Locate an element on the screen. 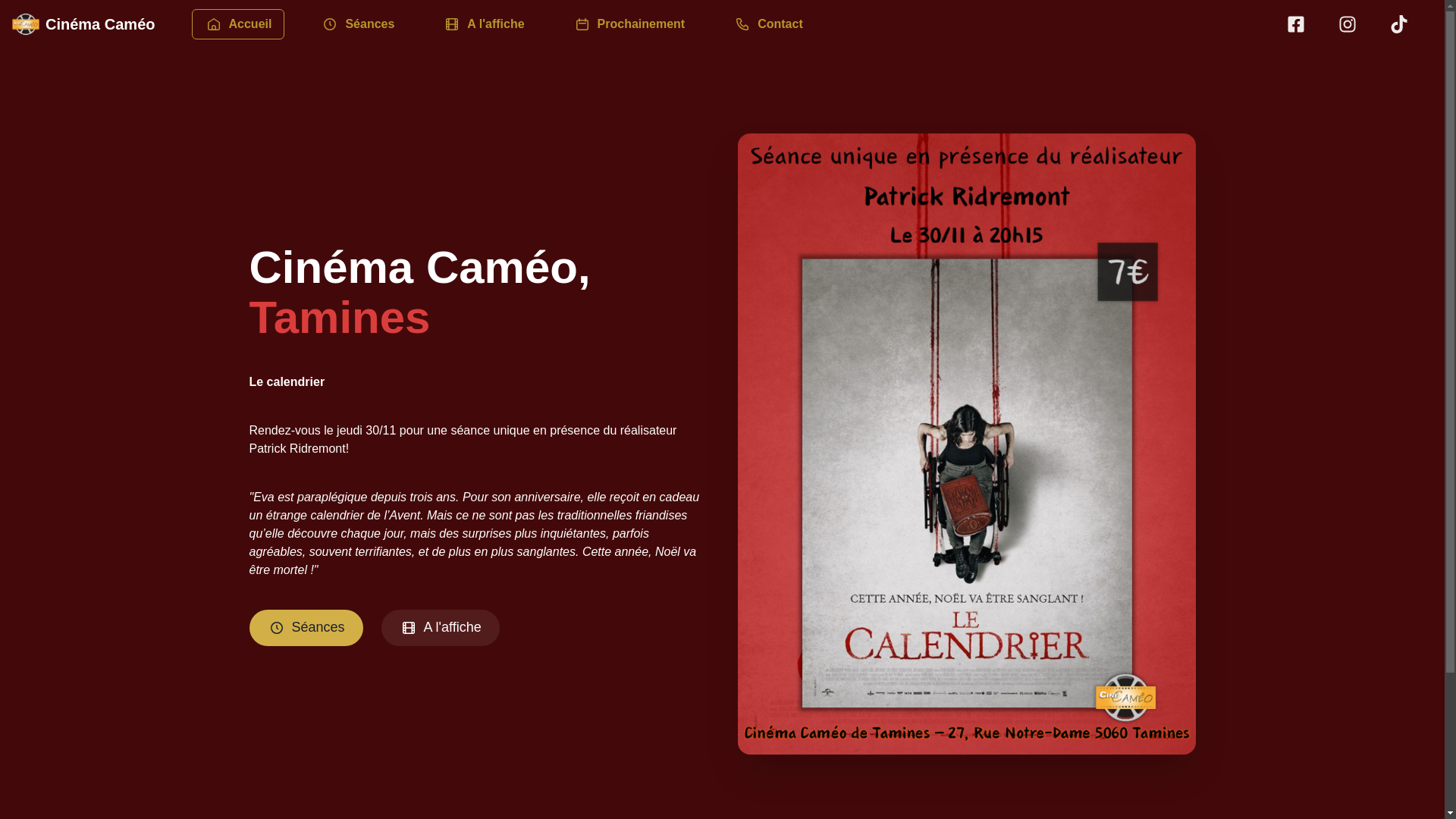 The width and height of the screenshot is (1456, 819). 'Accueil' is located at coordinates (237, 23).